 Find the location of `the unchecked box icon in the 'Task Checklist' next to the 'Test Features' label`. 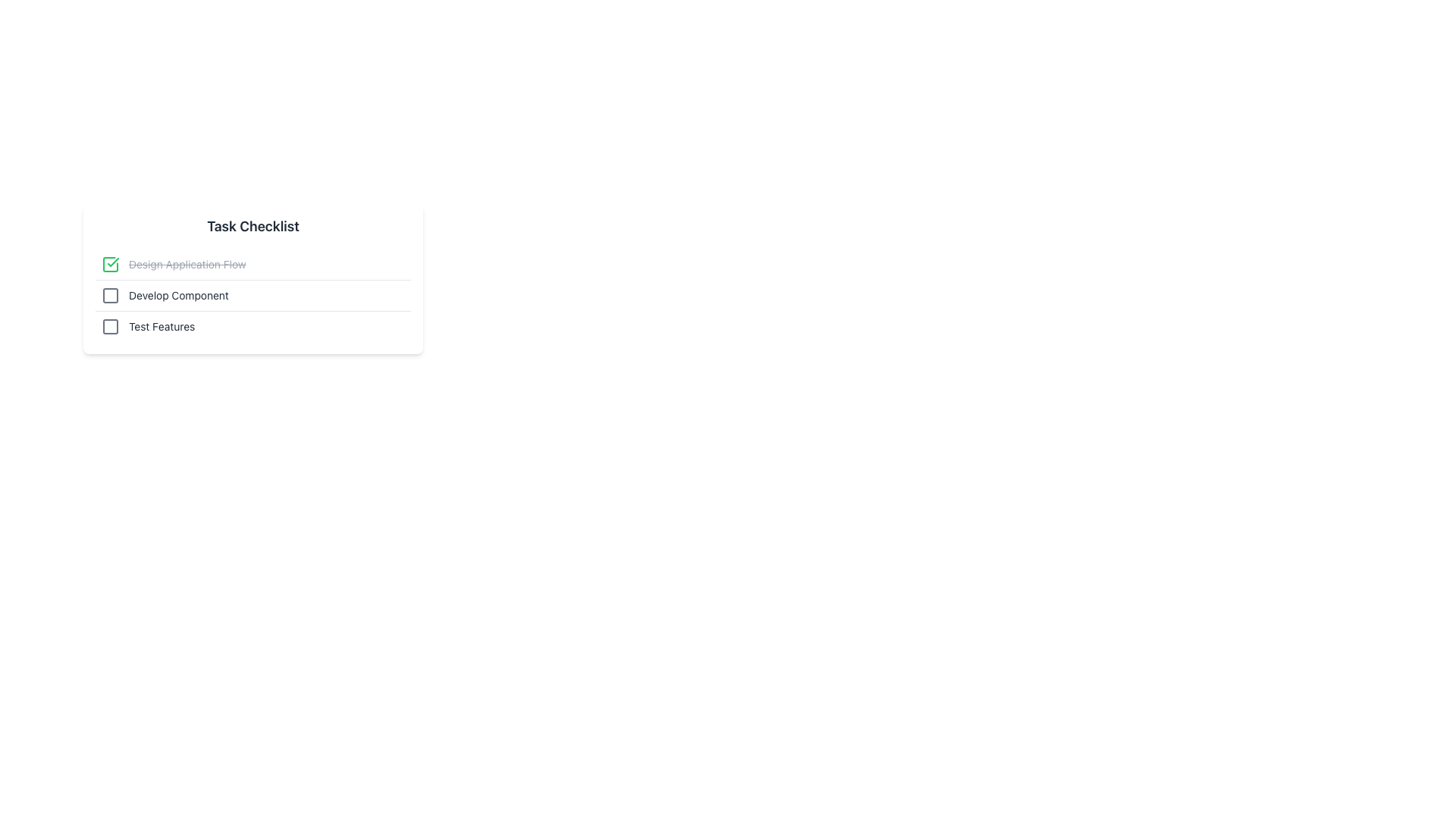

the unchecked box icon in the 'Task Checklist' next to the 'Test Features' label is located at coordinates (109, 326).